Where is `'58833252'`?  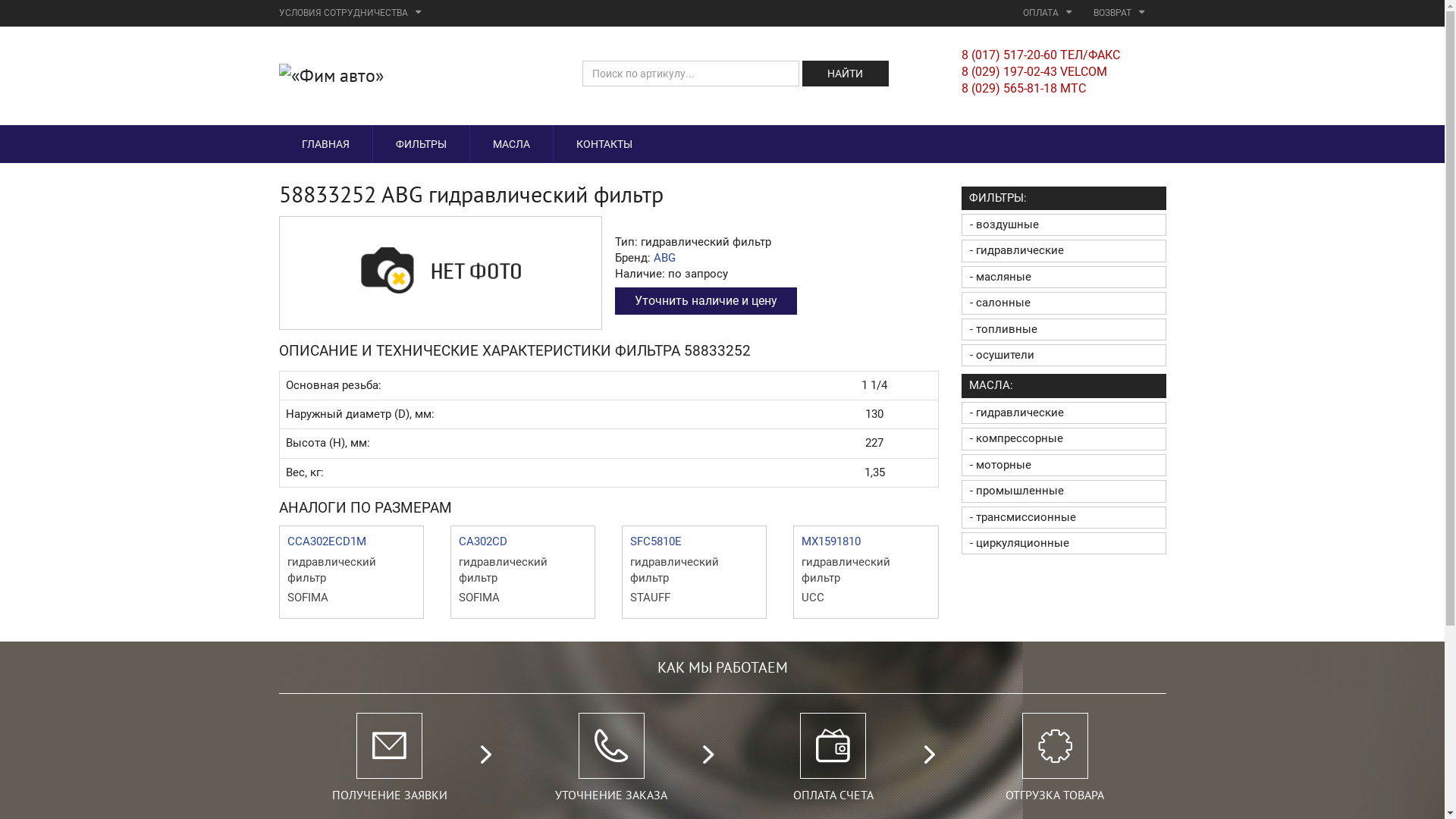 '58833252' is located at coordinates (439, 270).